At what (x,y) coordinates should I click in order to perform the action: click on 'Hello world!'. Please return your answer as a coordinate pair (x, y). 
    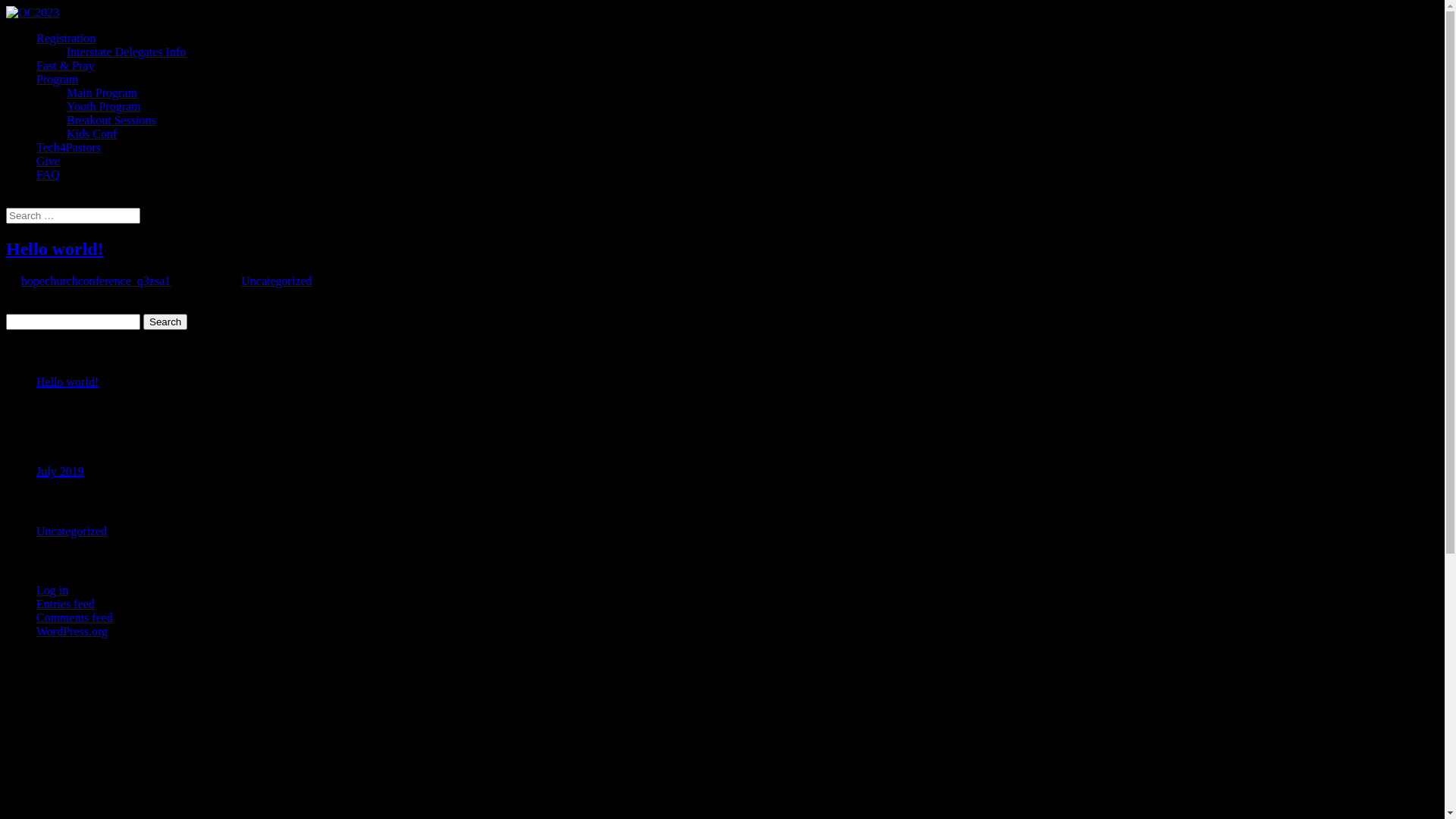
    Looking at the image, I should click on (67, 381).